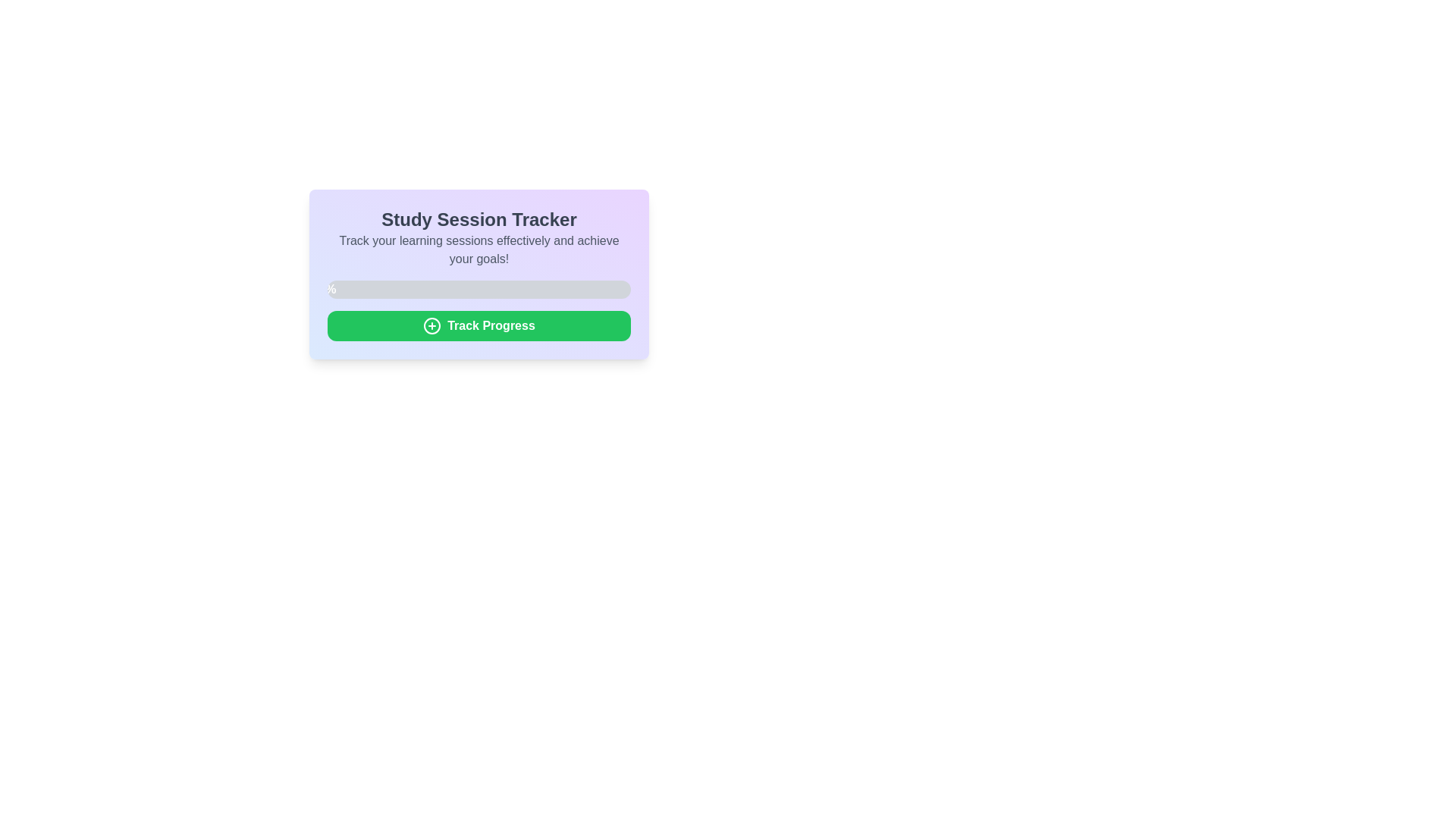 The image size is (1456, 819). What do you see at coordinates (479, 325) in the screenshot?
I see `the progress tracking button located in the 'Study Session Tracker' section below the '0%' progress bar` at bounding box center [479, 325].